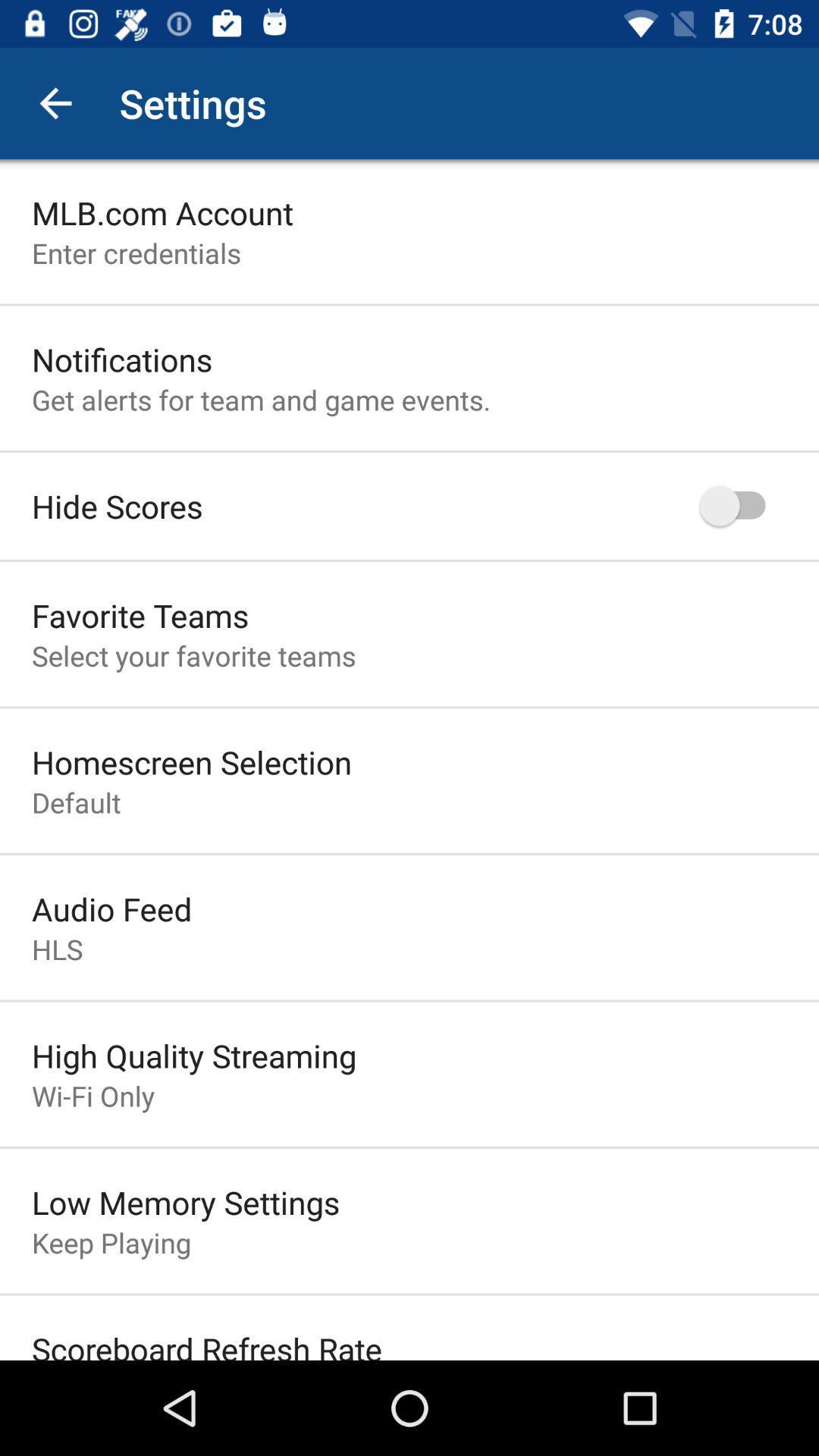 This screenshot has height=1456, width=819. What do you see at coordinates (191, 761) in the screenshot?
I see `the homescreen selection` at bounding box center [191, 761].